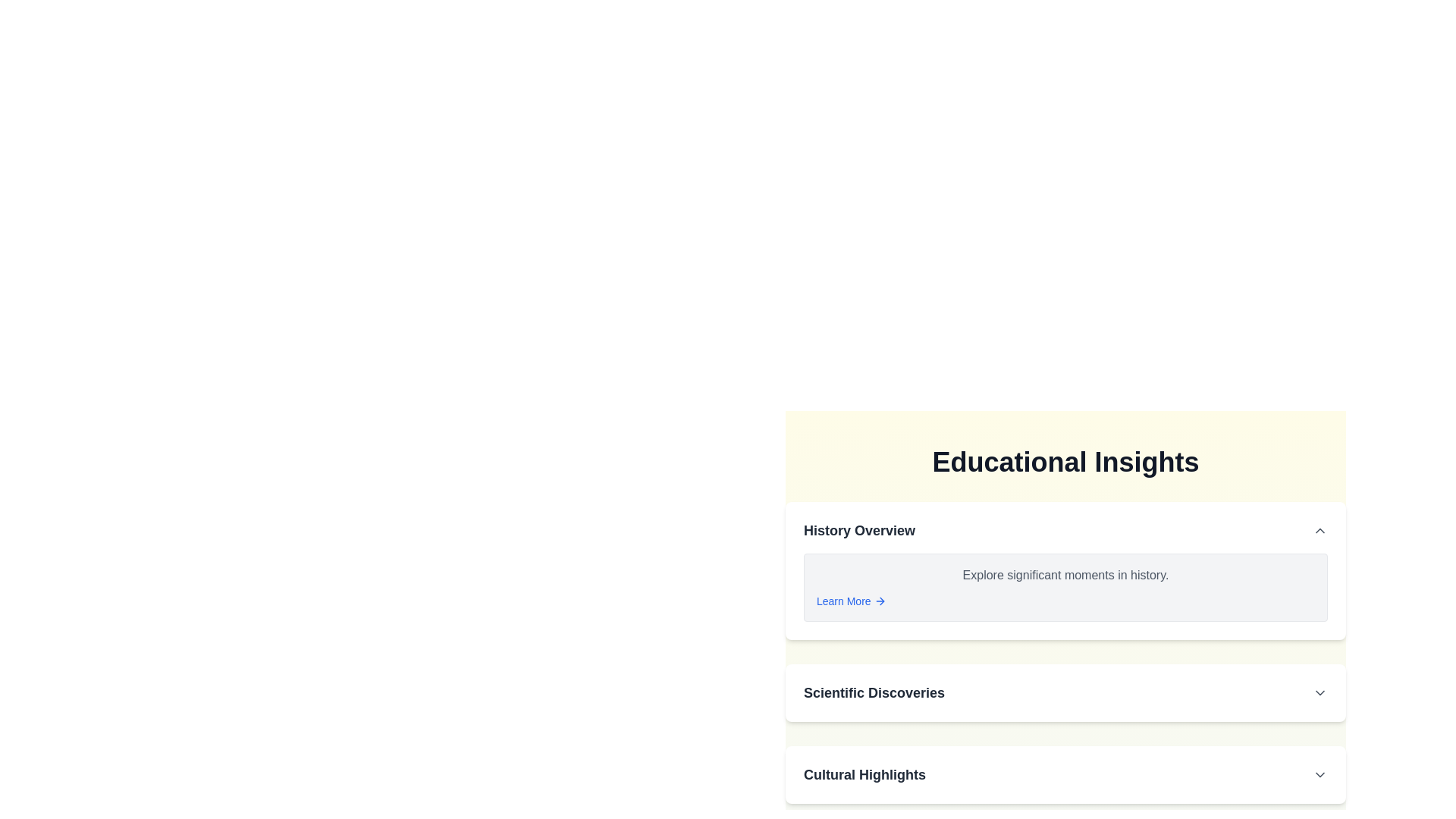 Image resolution: width=1456 pixels, height=819 pixels. What do you see at coordinates (1065, 461) in the screenshot?
I see `the text label displaying 'Educational Insights', which is a large, bold header styled in black and centered at the top of the interface` at bounding box center [1065, 461].